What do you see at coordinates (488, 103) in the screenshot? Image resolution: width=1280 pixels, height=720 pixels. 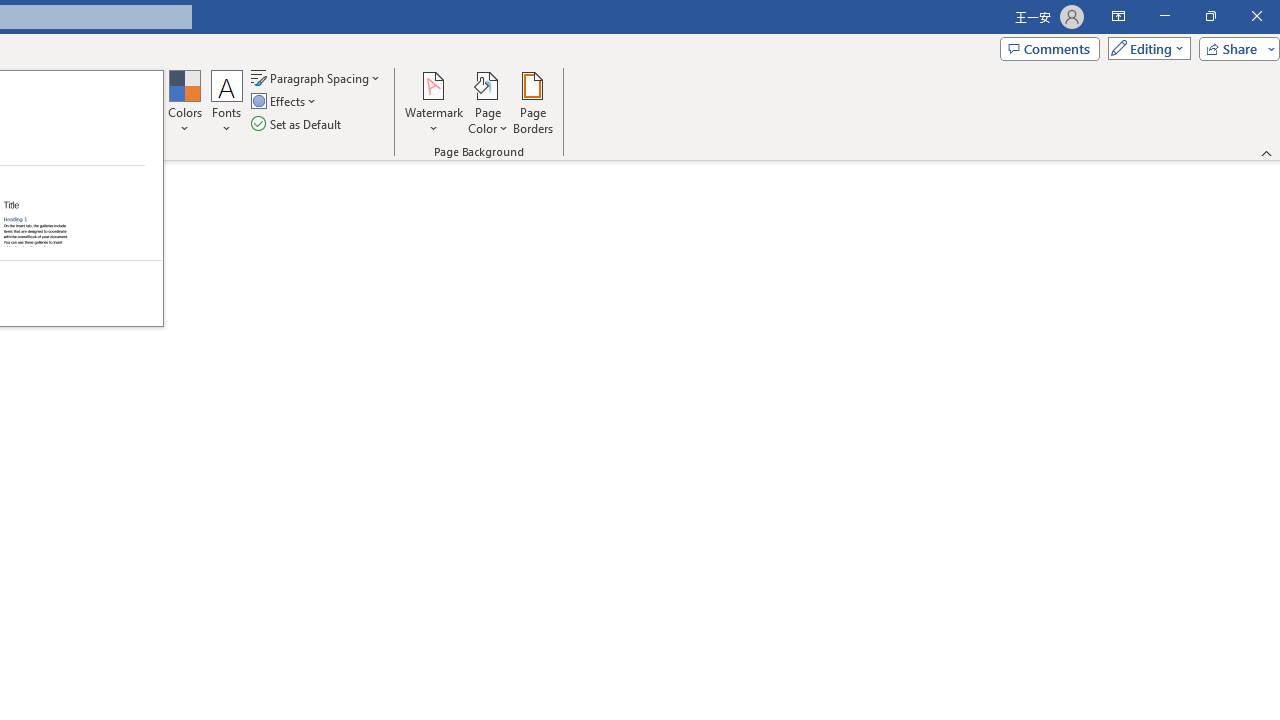 I see `'Page Color'` at bounding box center [488, 103].